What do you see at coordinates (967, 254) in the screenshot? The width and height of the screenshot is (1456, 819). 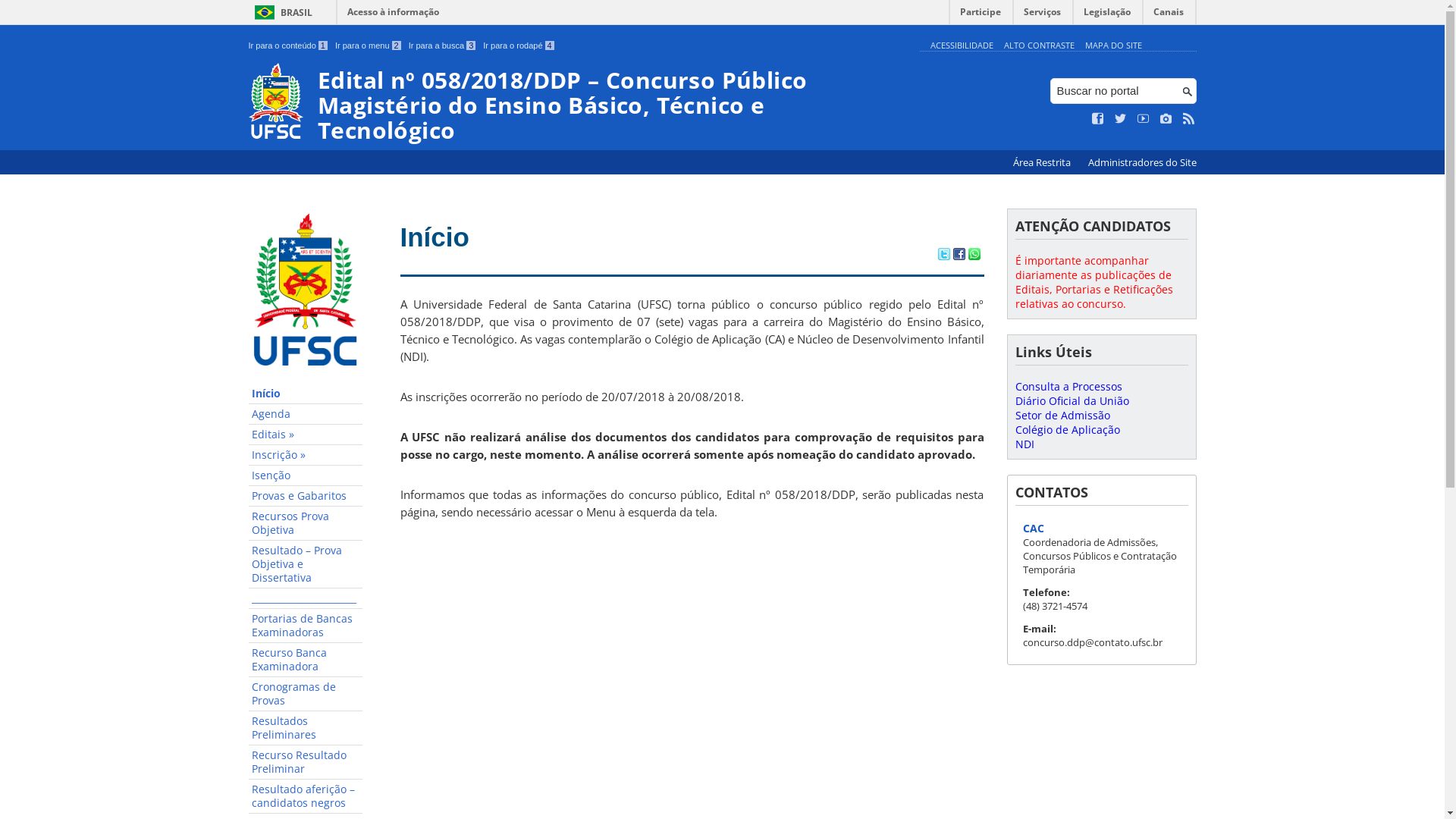 I see `'Compartilhar no WhatsApp'` at bounding box center [967, 254].